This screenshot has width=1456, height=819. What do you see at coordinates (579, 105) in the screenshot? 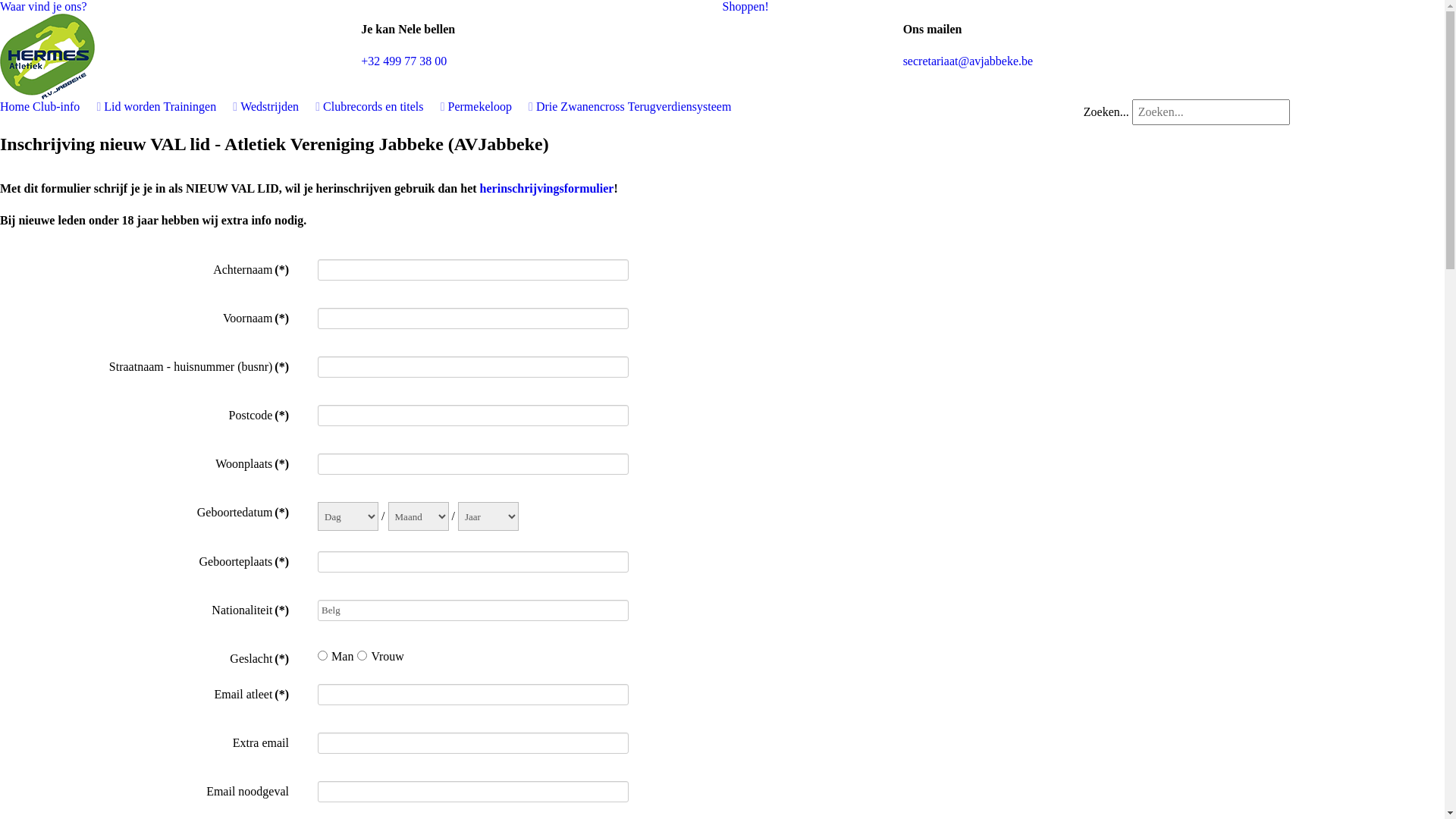
I see `'Drie Zwanencross'` at bounding box center [579, 105].